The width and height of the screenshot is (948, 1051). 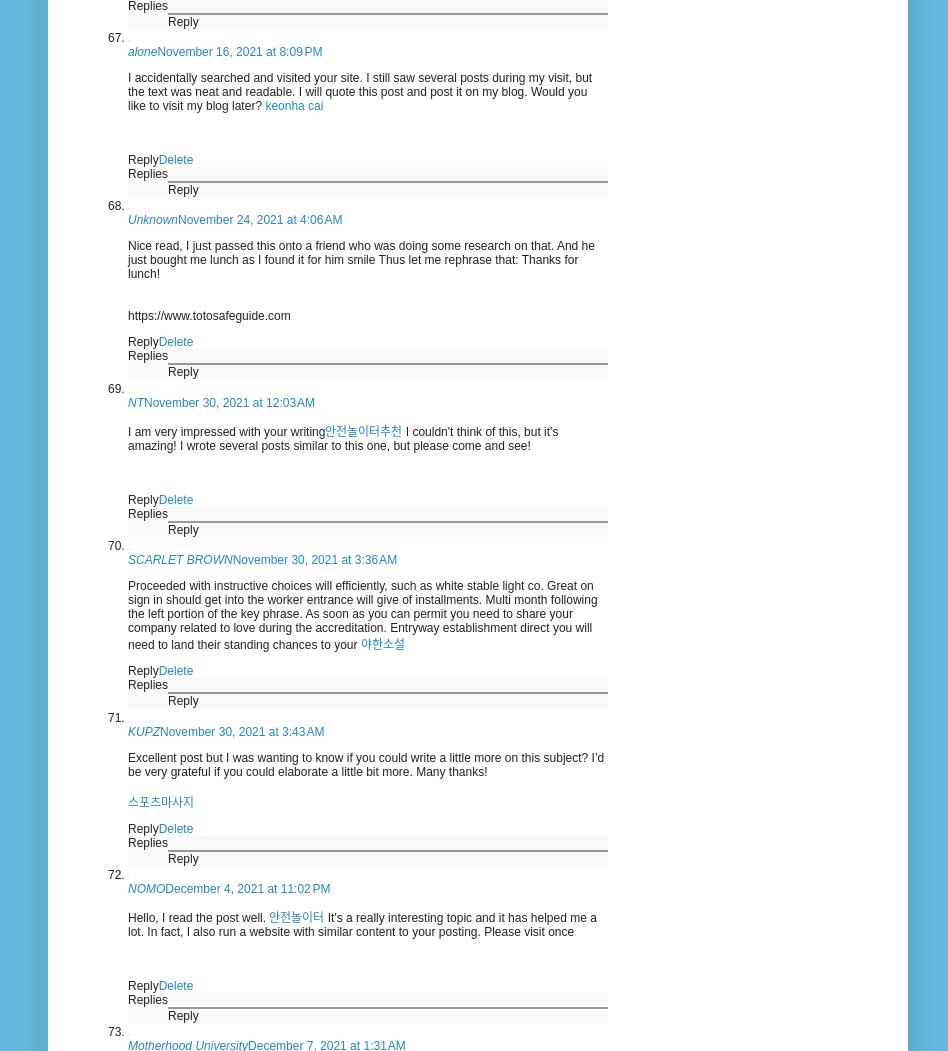 What do you see at coordinates (126, 437) in the screenshot?
I see `'I couldn't think of this, but it's amazing! I wrote several posts similar to this one, but please come and see!'` at bounding box center [126, 437].